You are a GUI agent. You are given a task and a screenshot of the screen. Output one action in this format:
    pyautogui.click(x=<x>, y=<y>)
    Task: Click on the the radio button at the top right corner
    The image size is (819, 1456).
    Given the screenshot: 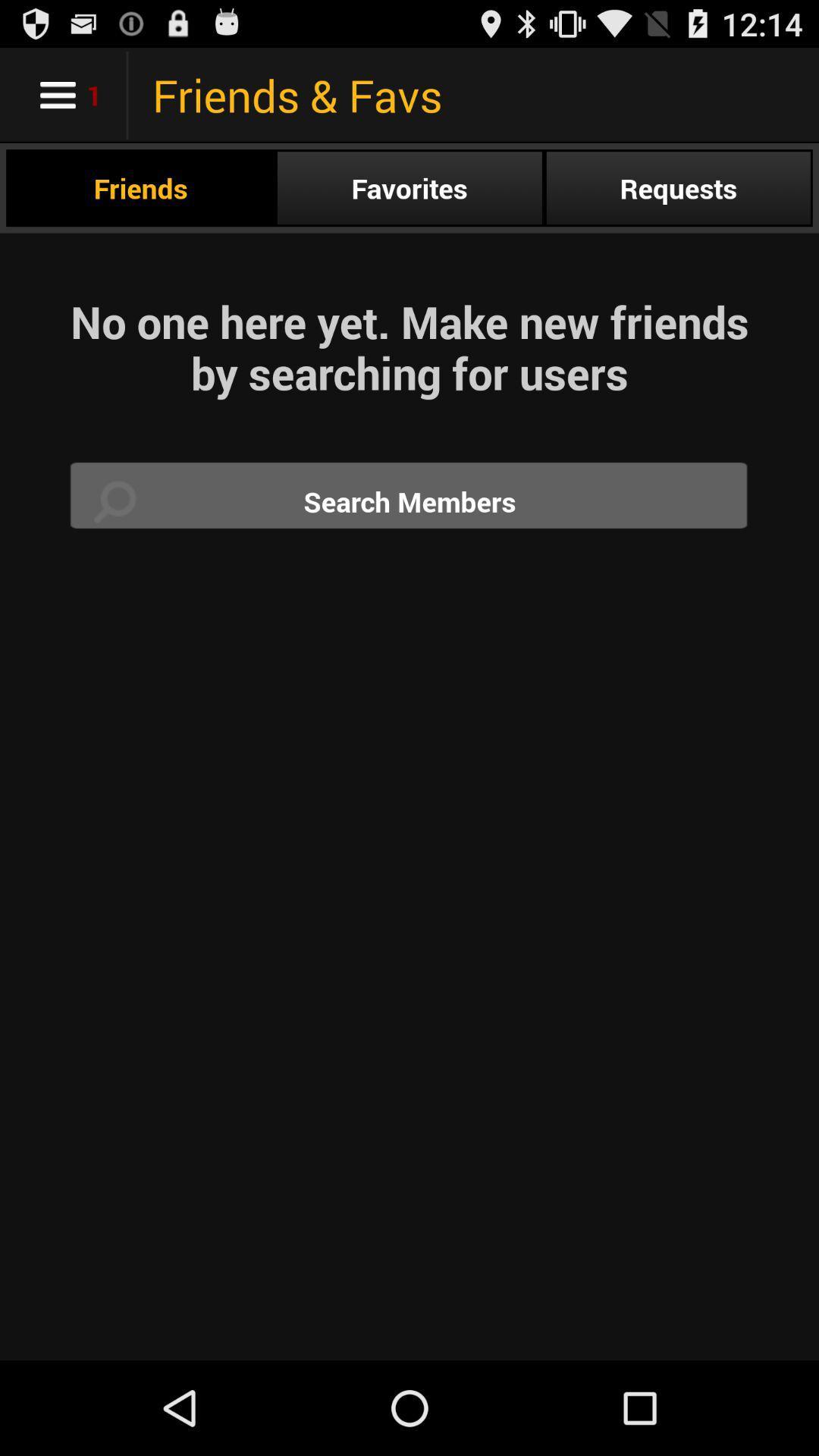 What is the action you would take?
    pyautogui.click(x=677, y=187)
    